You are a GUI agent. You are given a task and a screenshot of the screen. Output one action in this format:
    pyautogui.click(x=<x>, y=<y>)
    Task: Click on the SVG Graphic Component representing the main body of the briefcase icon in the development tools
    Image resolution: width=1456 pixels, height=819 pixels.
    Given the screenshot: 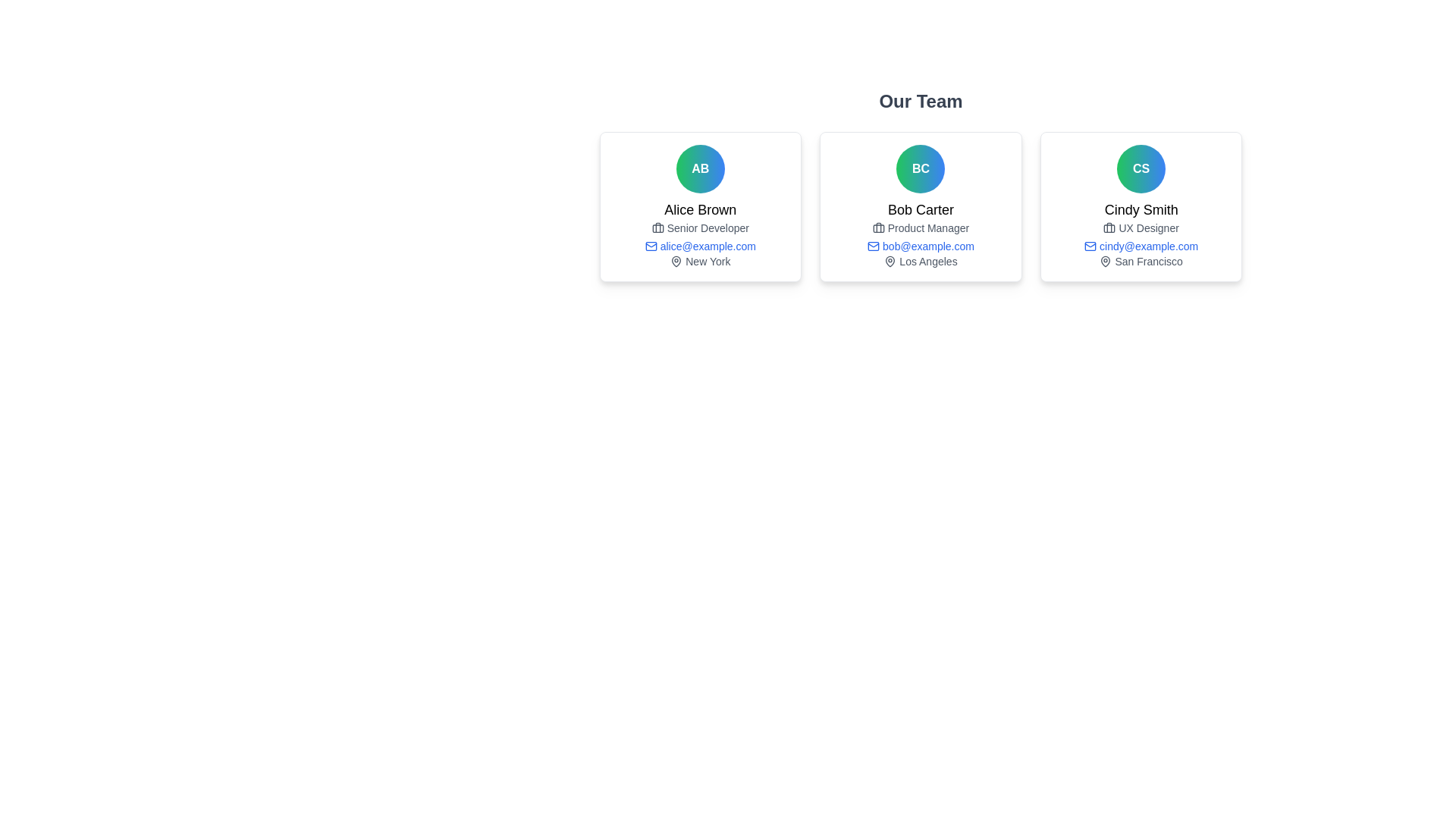 What is the action you would take?
    pyautogui.click(x=657, y=228)
    